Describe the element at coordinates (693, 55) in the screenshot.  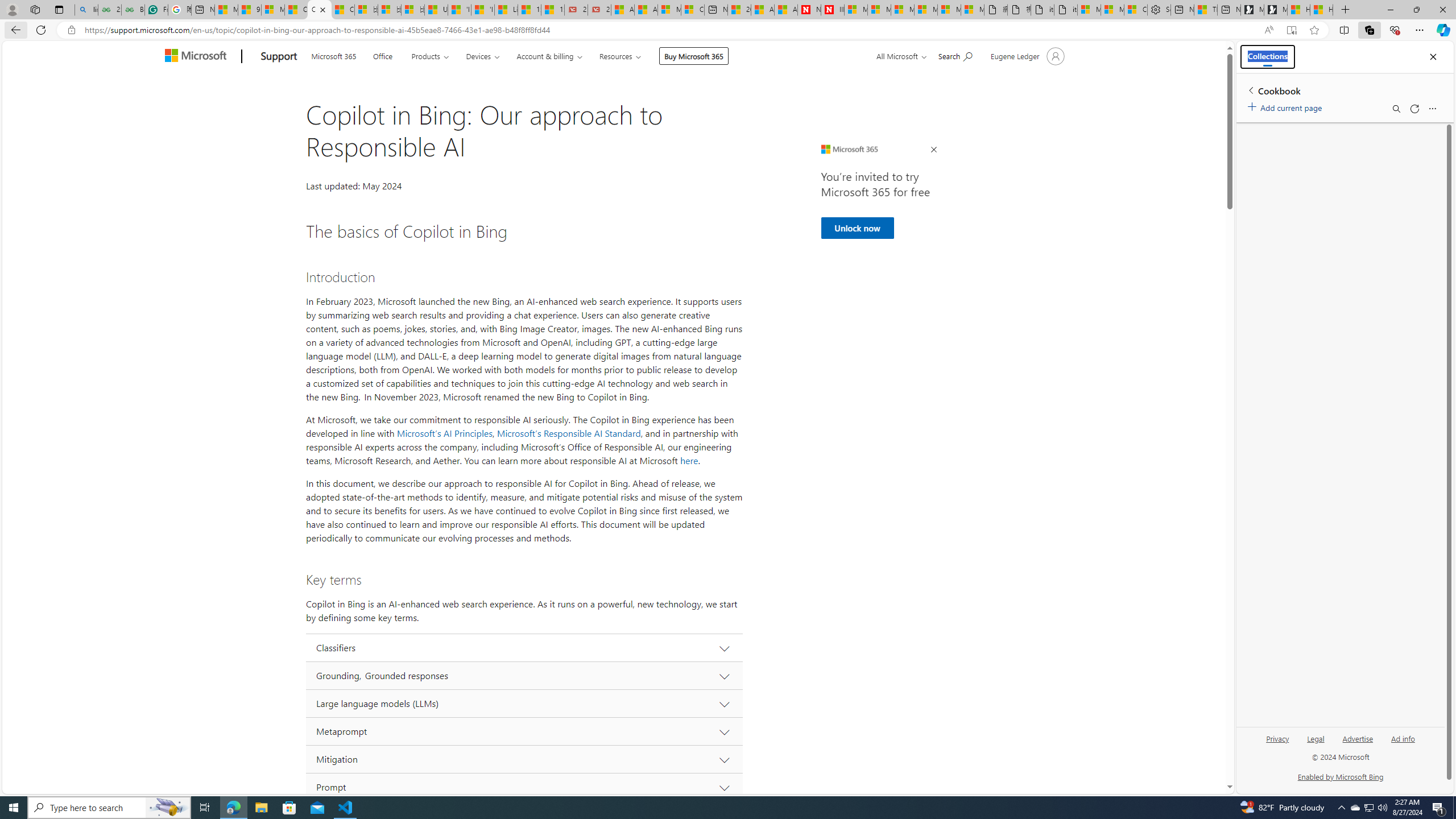
I see `'Buy Microsoft 365'` at that location.